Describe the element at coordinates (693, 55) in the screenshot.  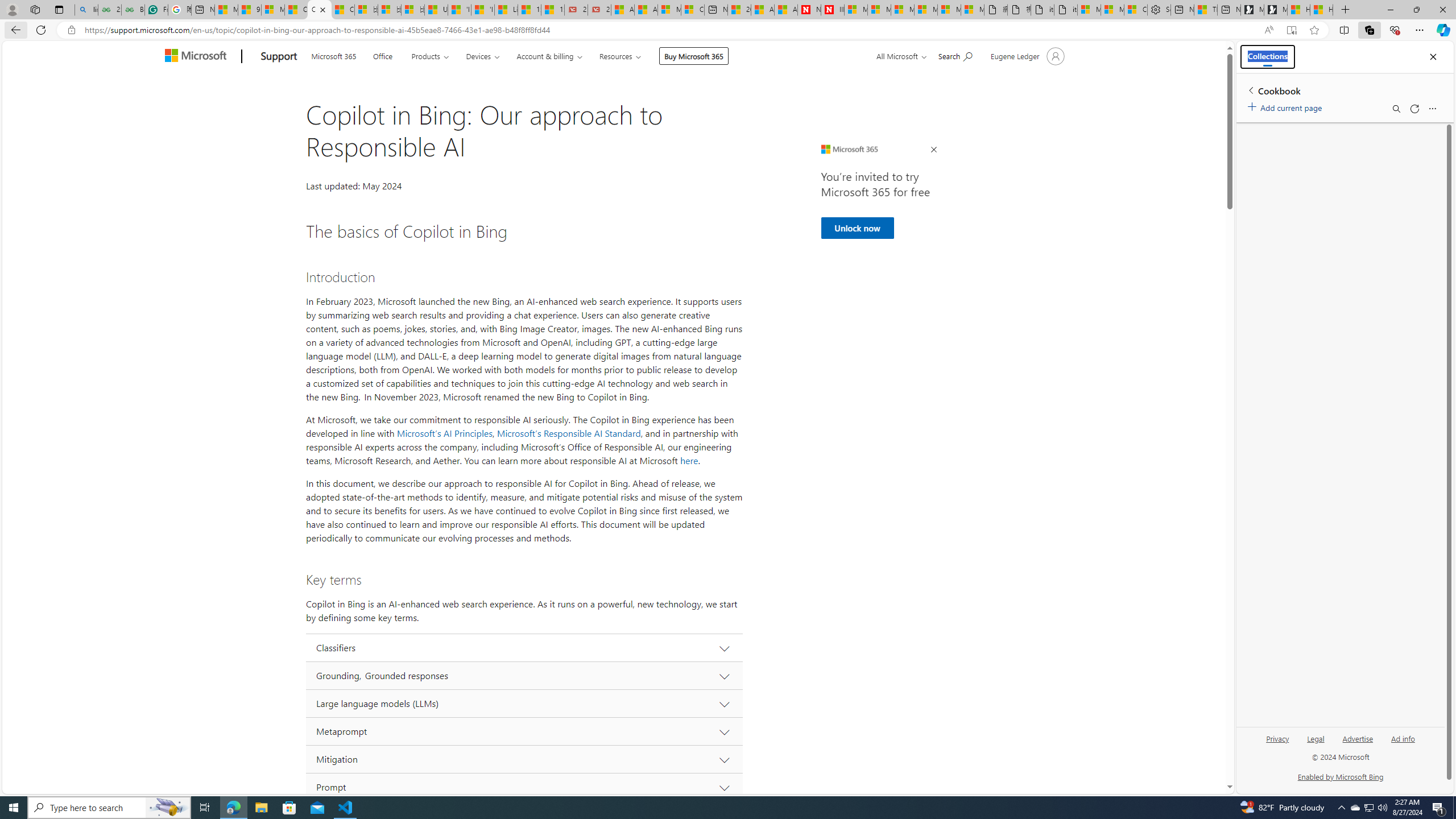
I see `'Buy Microsoft 365'` at that location.